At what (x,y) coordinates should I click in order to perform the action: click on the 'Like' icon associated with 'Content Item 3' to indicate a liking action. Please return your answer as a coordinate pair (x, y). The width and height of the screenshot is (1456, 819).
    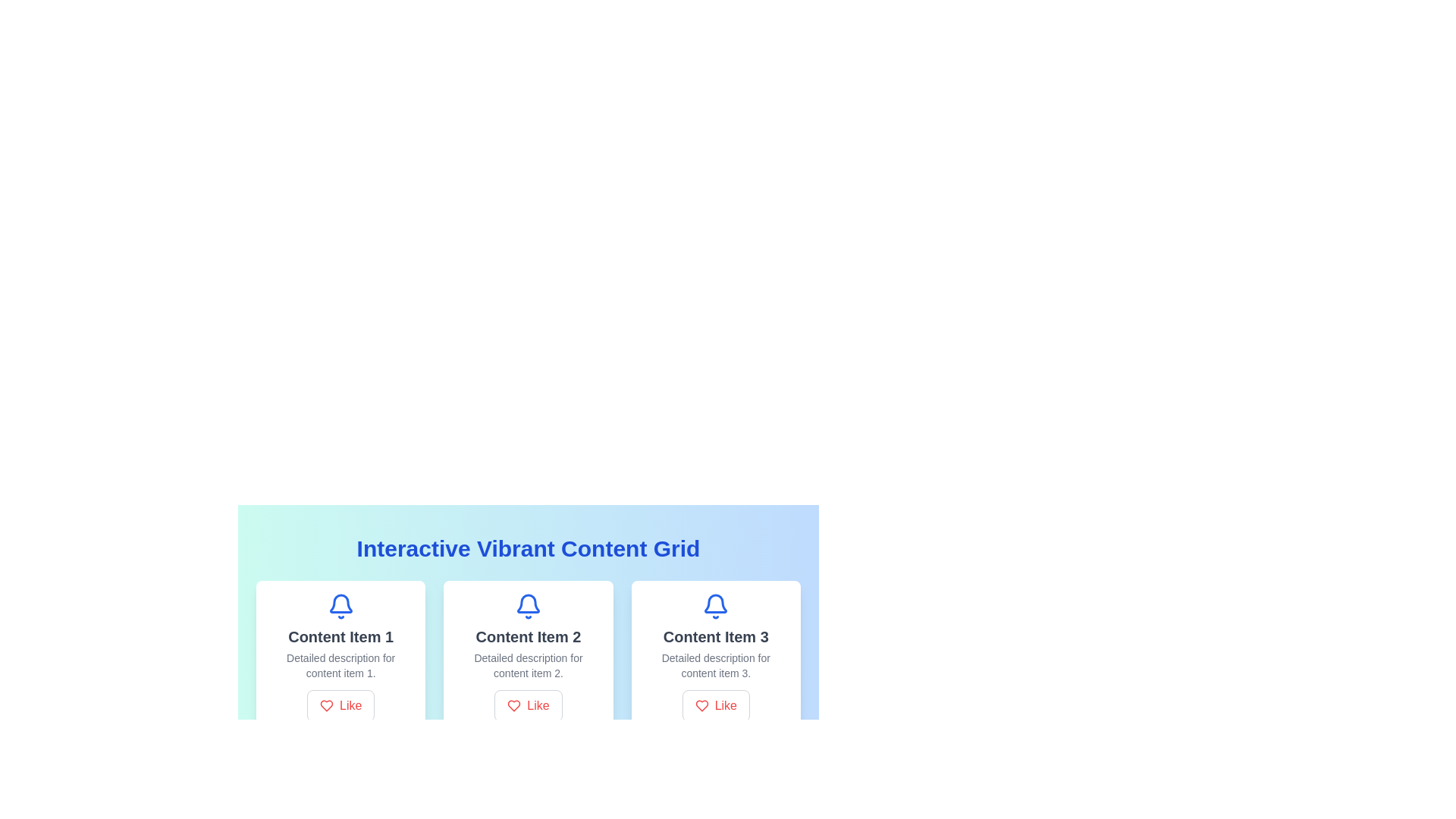
    Looking at the image, I should click on (701, 705).